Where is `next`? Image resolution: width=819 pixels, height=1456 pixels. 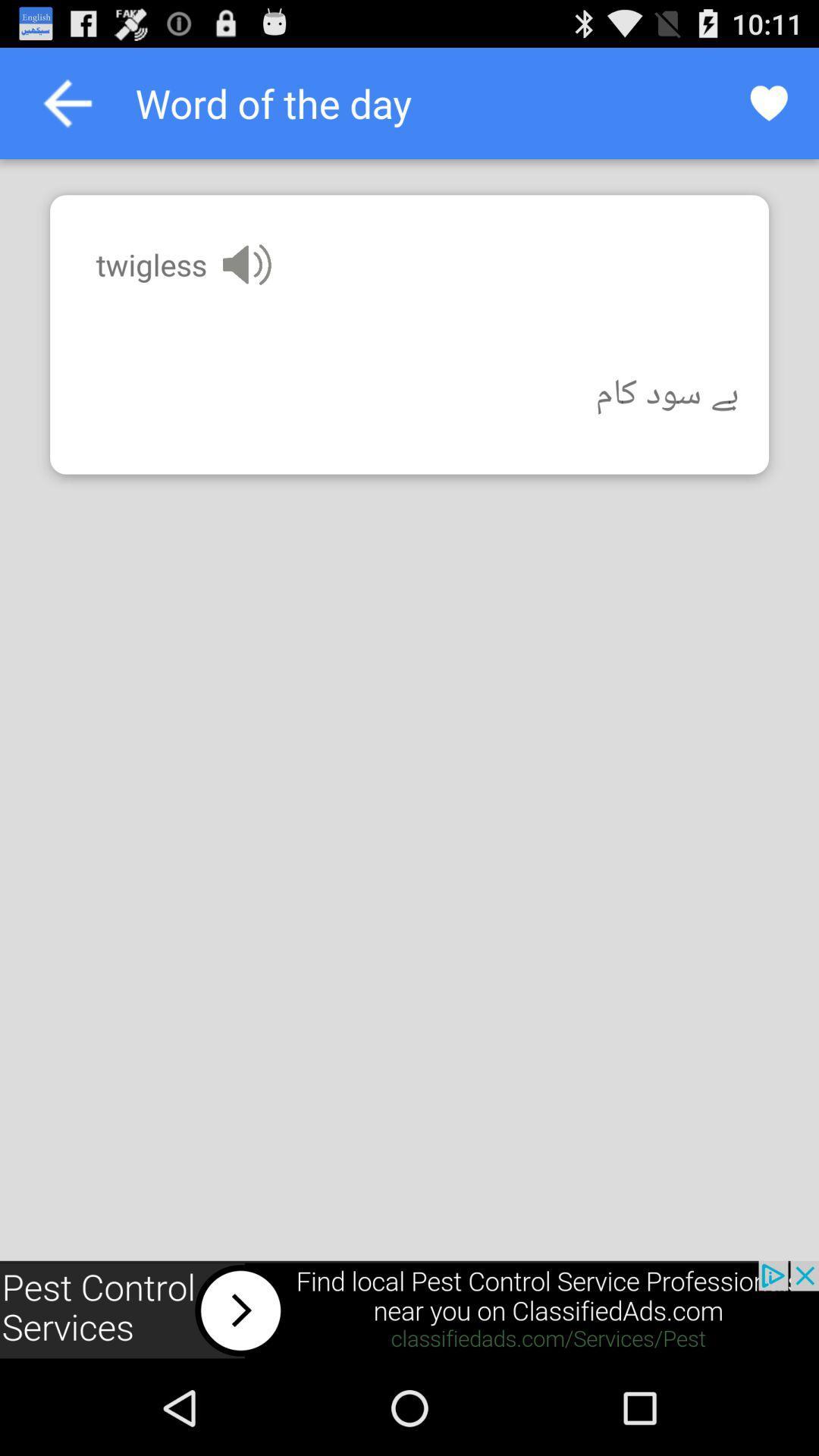 next is located at coordinates (409, 1310).